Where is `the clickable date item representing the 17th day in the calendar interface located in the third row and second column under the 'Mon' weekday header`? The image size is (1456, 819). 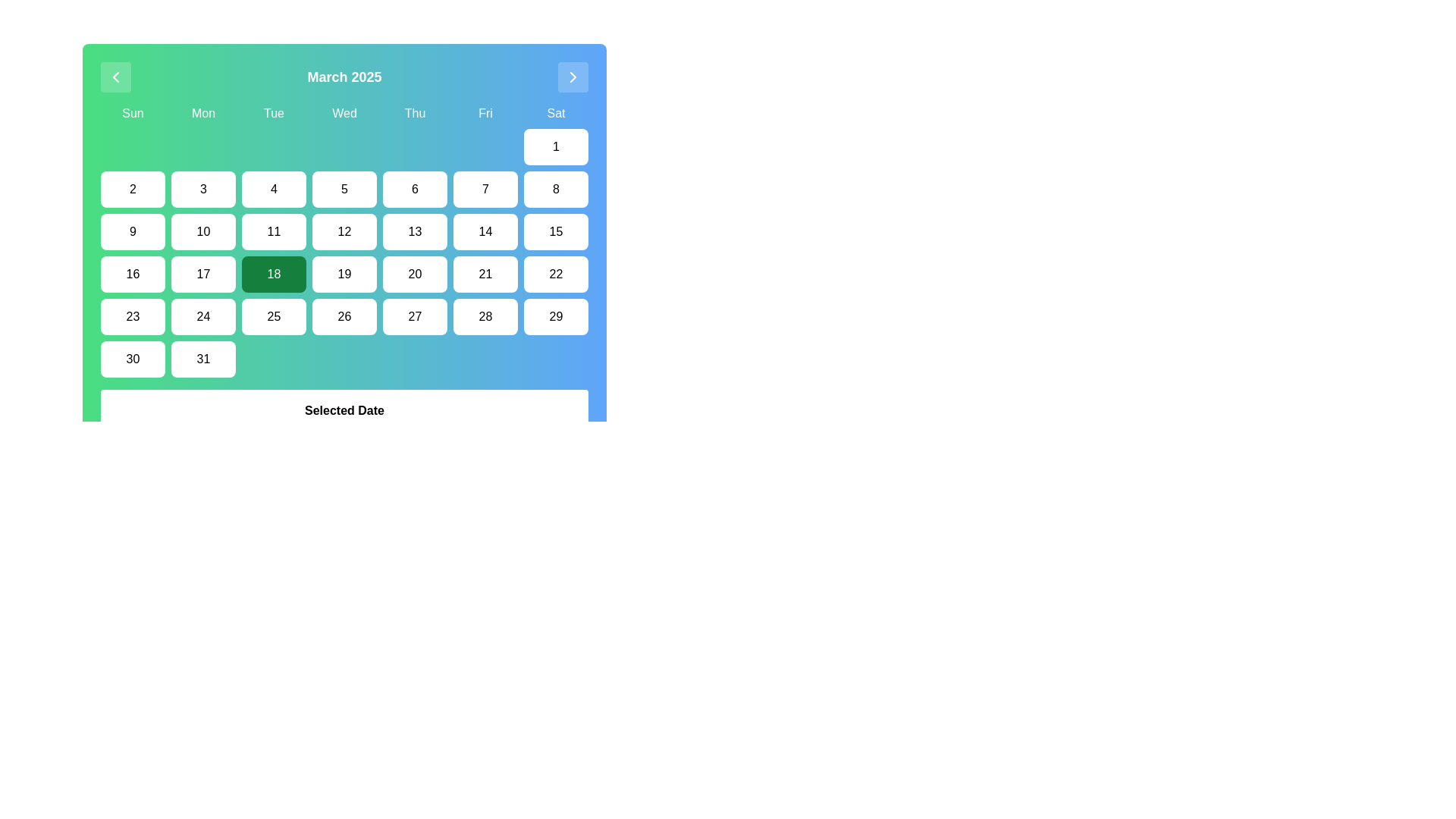 the clickable date item representing the 17th day in the calendar interface located in the third row and second column under the 'Mon' weekday header is located at coordinates (202, 275).